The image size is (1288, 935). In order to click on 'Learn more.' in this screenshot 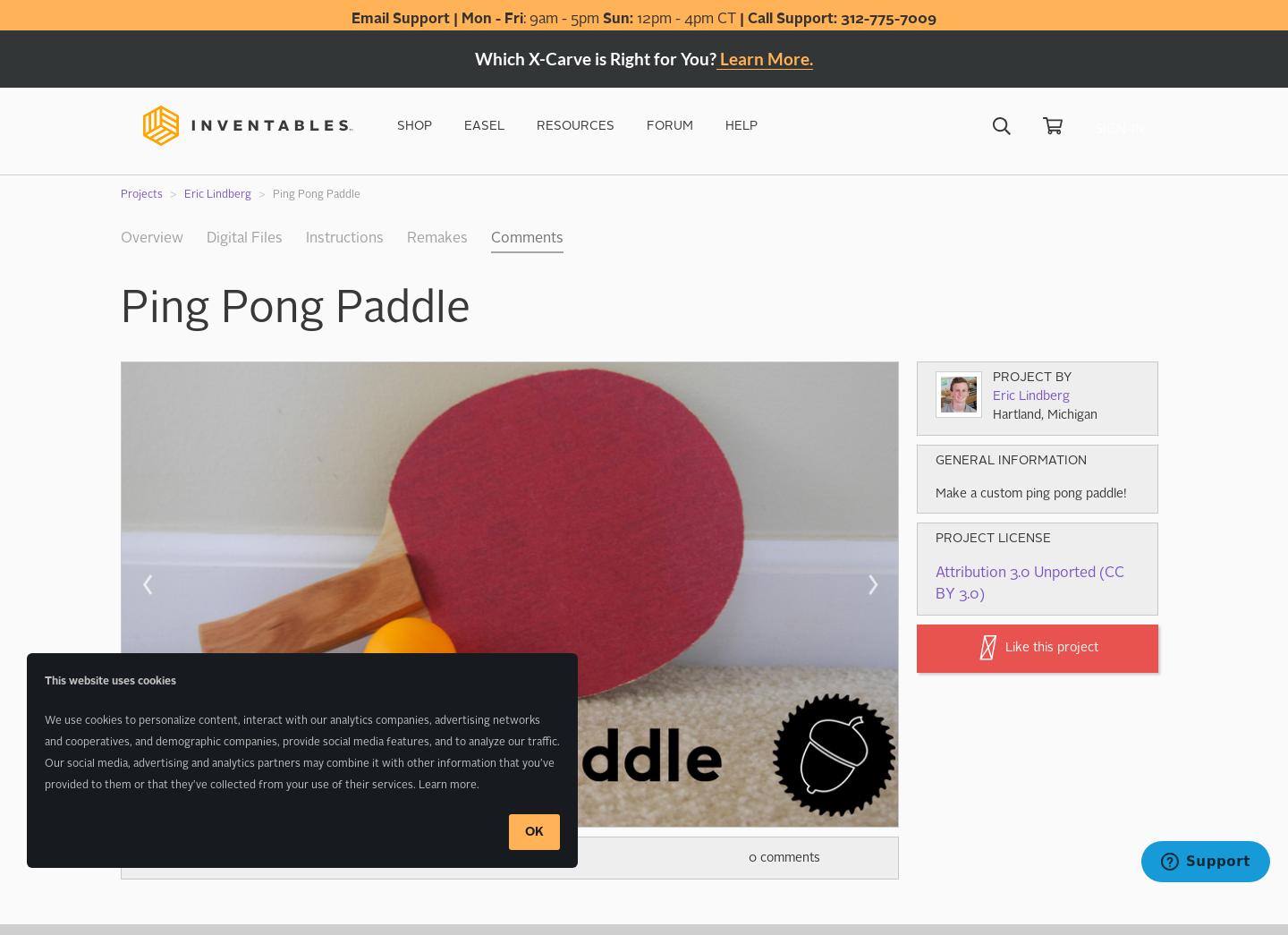, I will do `click(419, 786)`.